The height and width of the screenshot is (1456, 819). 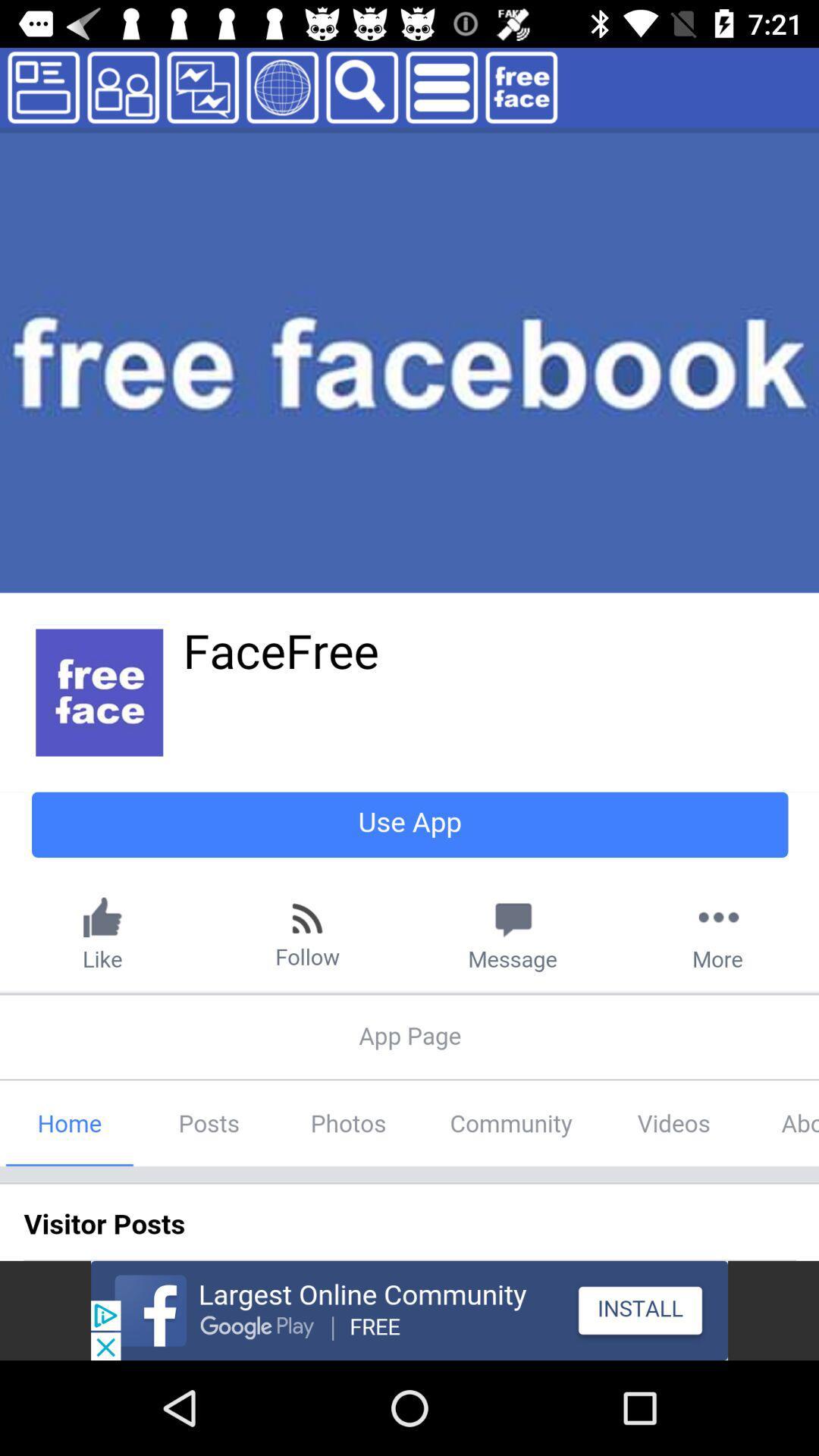 I want to click on the location_crosshair icon, so click(x=282, y=86).